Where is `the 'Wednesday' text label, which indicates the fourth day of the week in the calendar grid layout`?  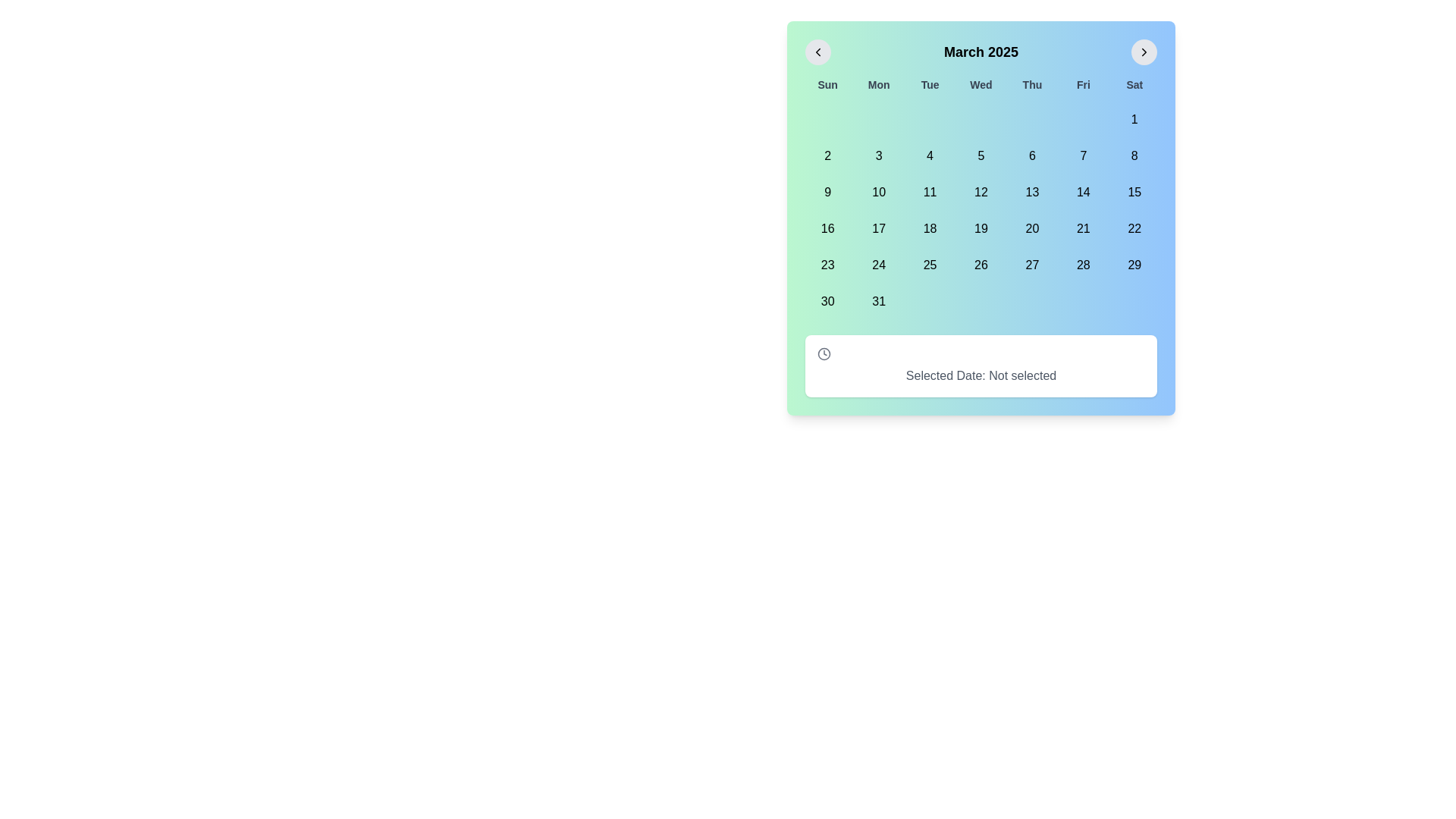
the 'Wednesday' text label, which indicates the fourth day of the week in the calendar grid layout is located at coordinates (981, 84).